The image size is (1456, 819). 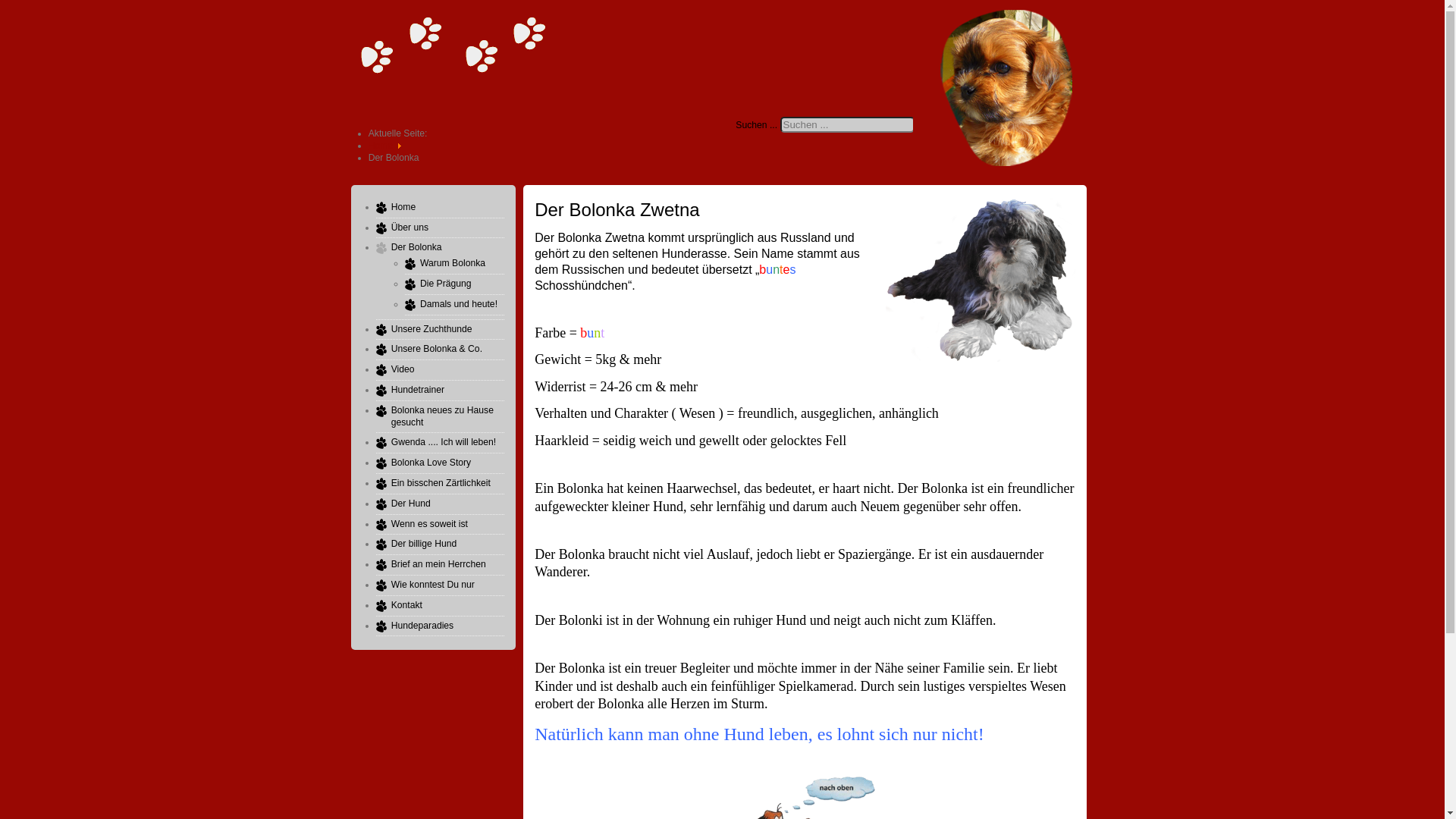 What do you see at coordinates (391, 564) in the screenshot?
I see `'Brief an mein Herrchen'` at bounding box center [391, 564].